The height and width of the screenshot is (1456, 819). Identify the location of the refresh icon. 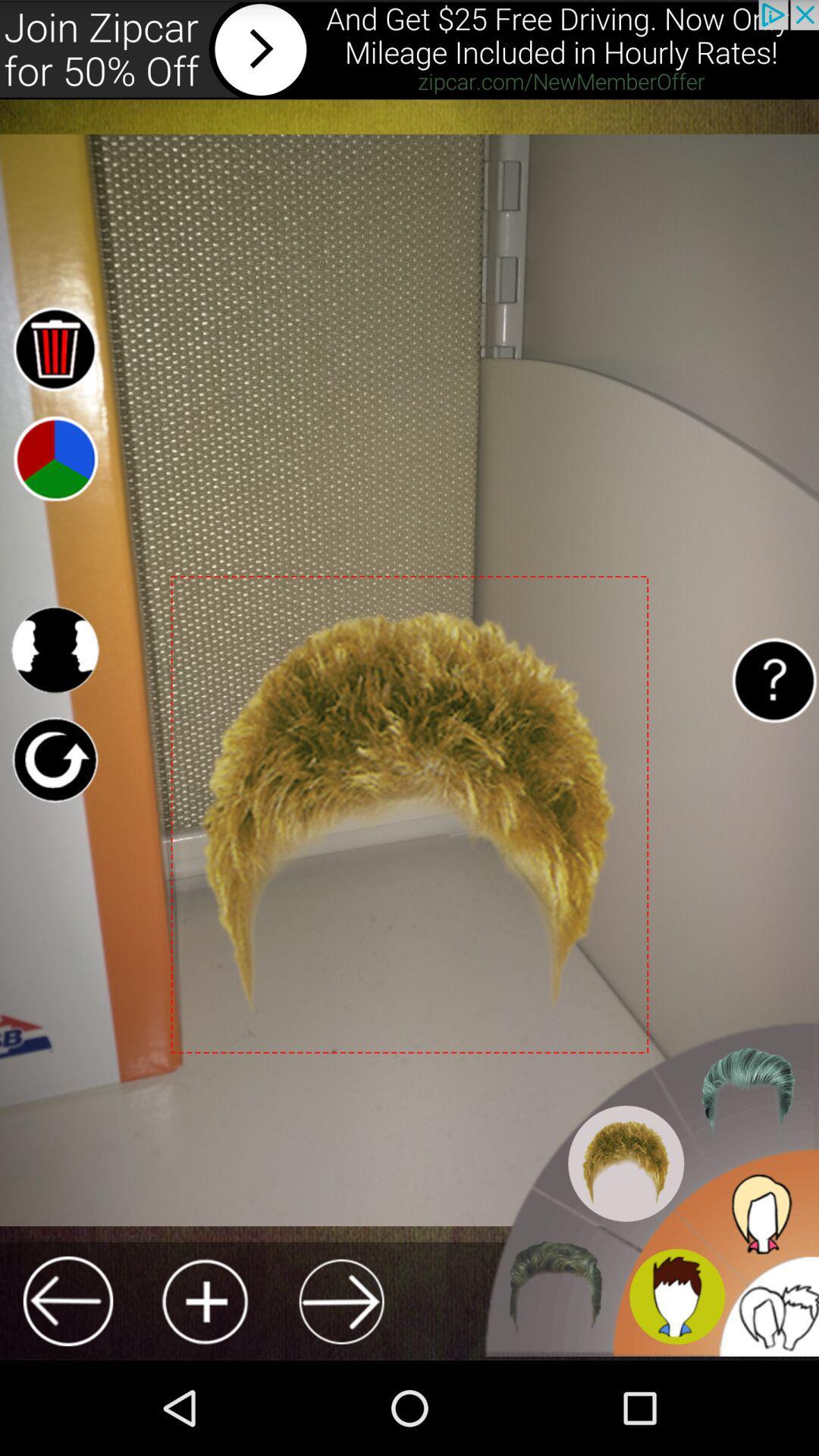
(54, 812).